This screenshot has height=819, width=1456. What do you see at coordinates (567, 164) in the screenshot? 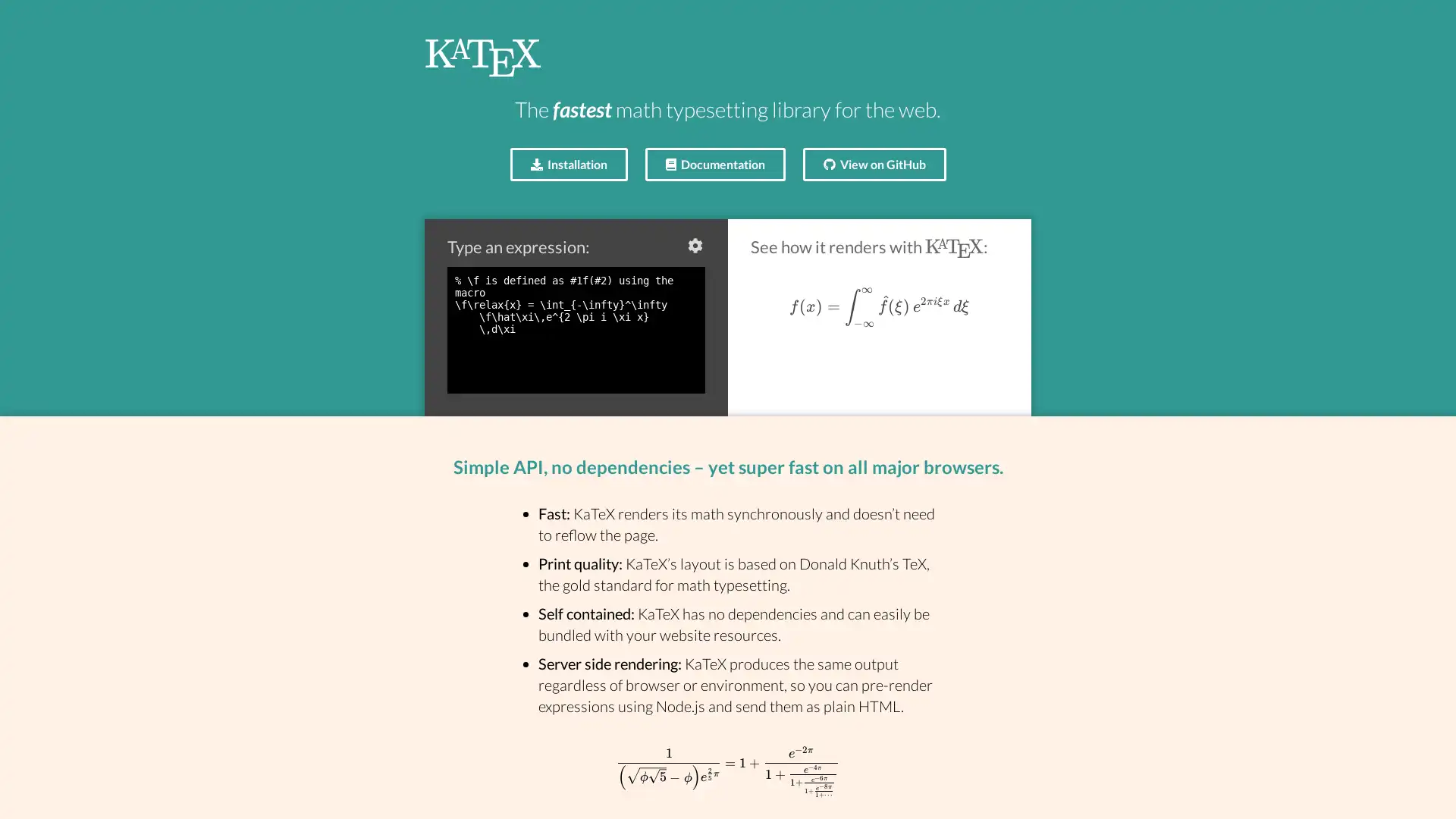
I see `Installation` at bounding box center [567, 164].